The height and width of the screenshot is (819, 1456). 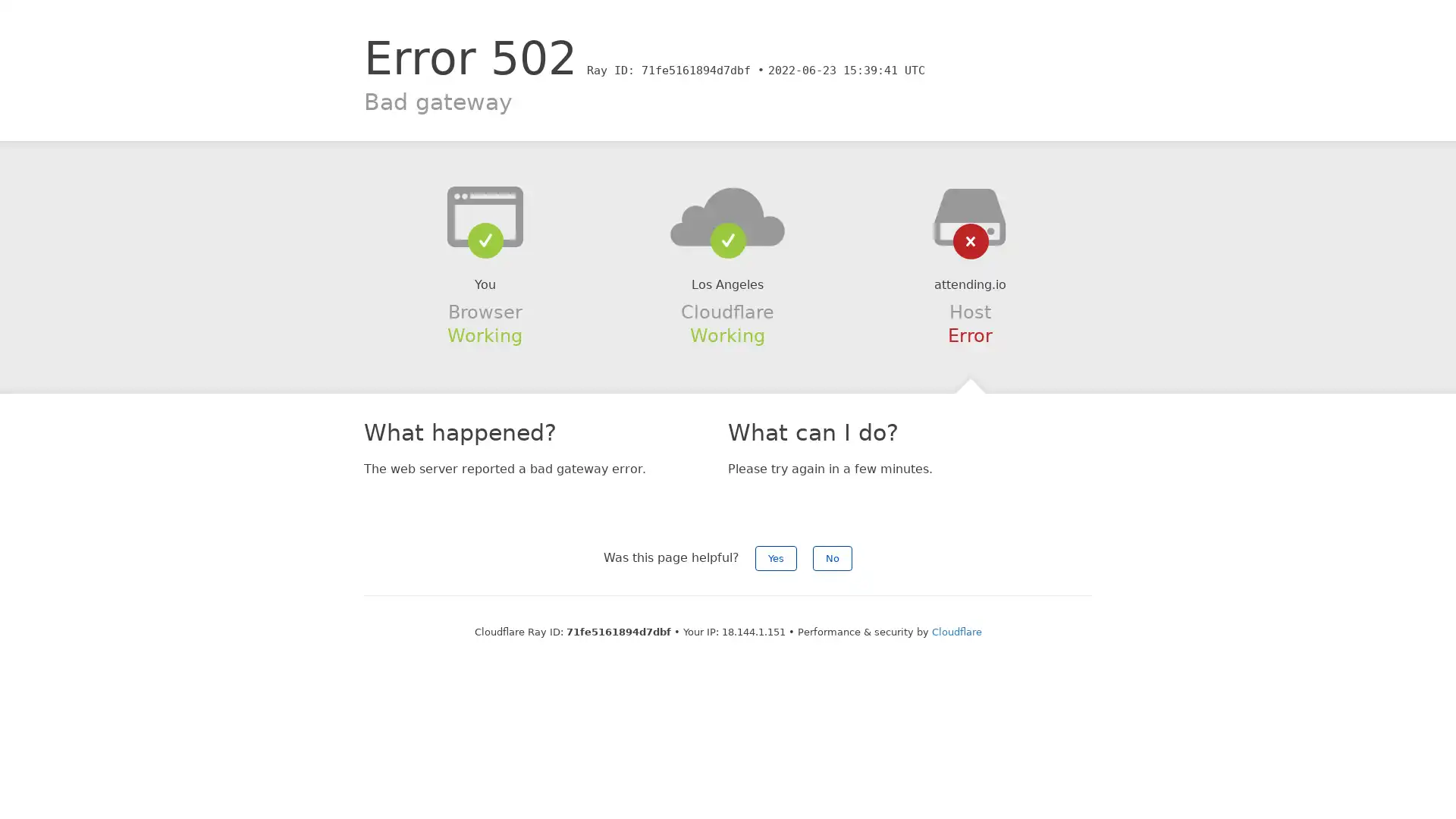 I want to click on Yes, so click(x=776, y=558).